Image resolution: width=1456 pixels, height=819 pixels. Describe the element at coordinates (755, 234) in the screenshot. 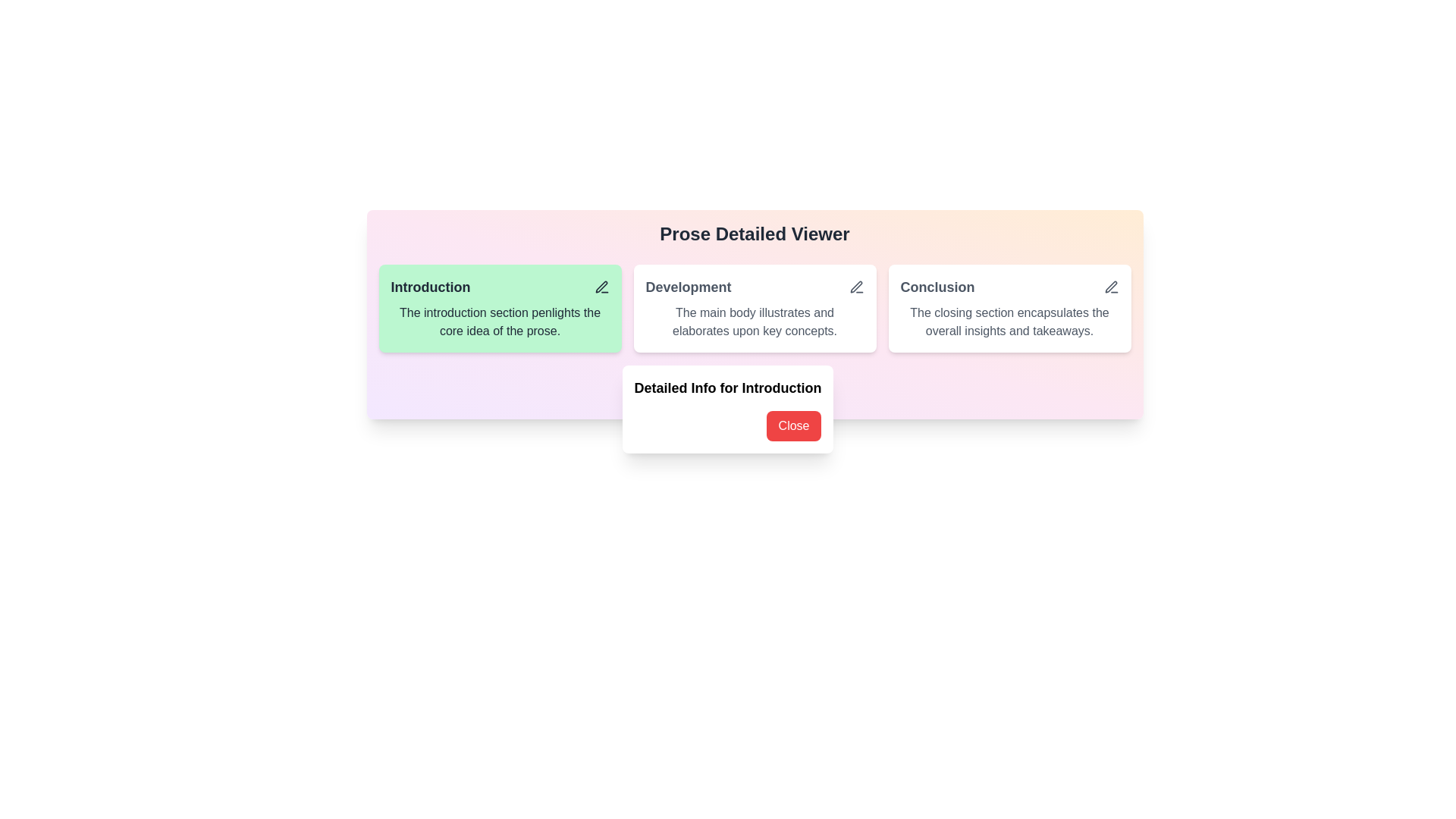

I see `text content 'Prose Detailed Viewer' which is a large, bold, dark gray title at the top of its section` at that location.